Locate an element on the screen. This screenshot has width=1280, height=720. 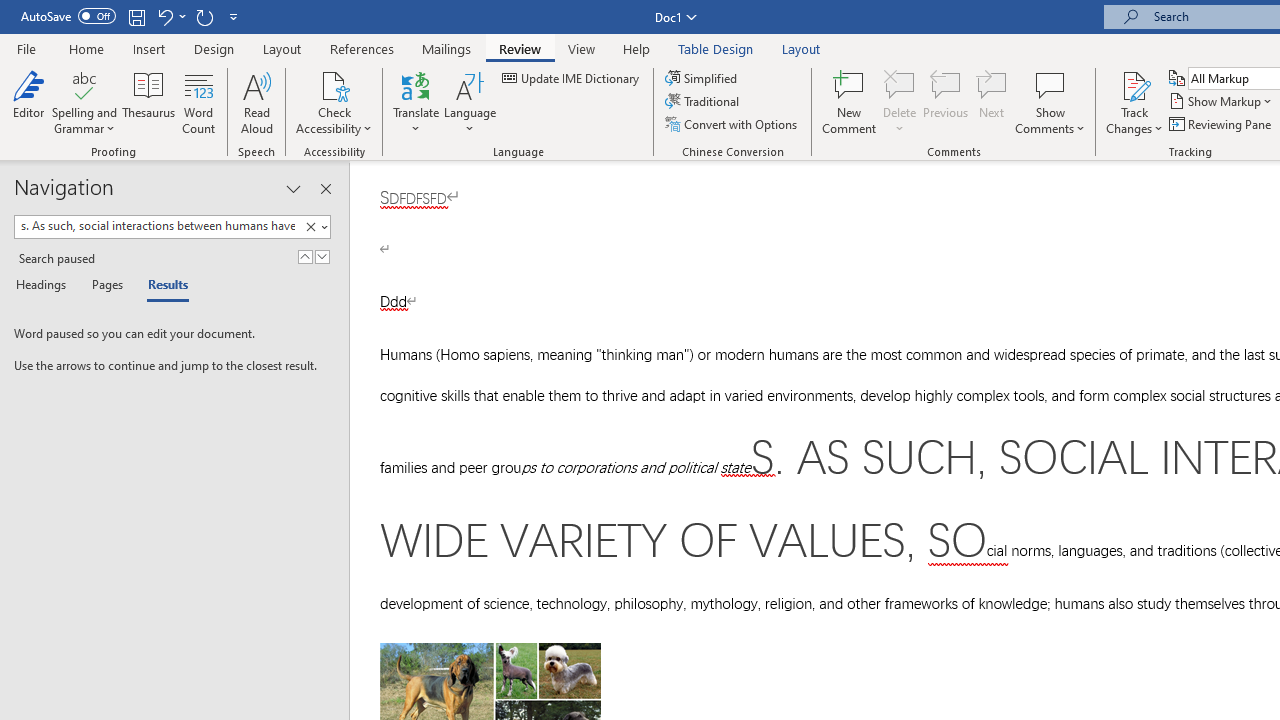
'Show Markup' is located at coordinates (1221, 101).